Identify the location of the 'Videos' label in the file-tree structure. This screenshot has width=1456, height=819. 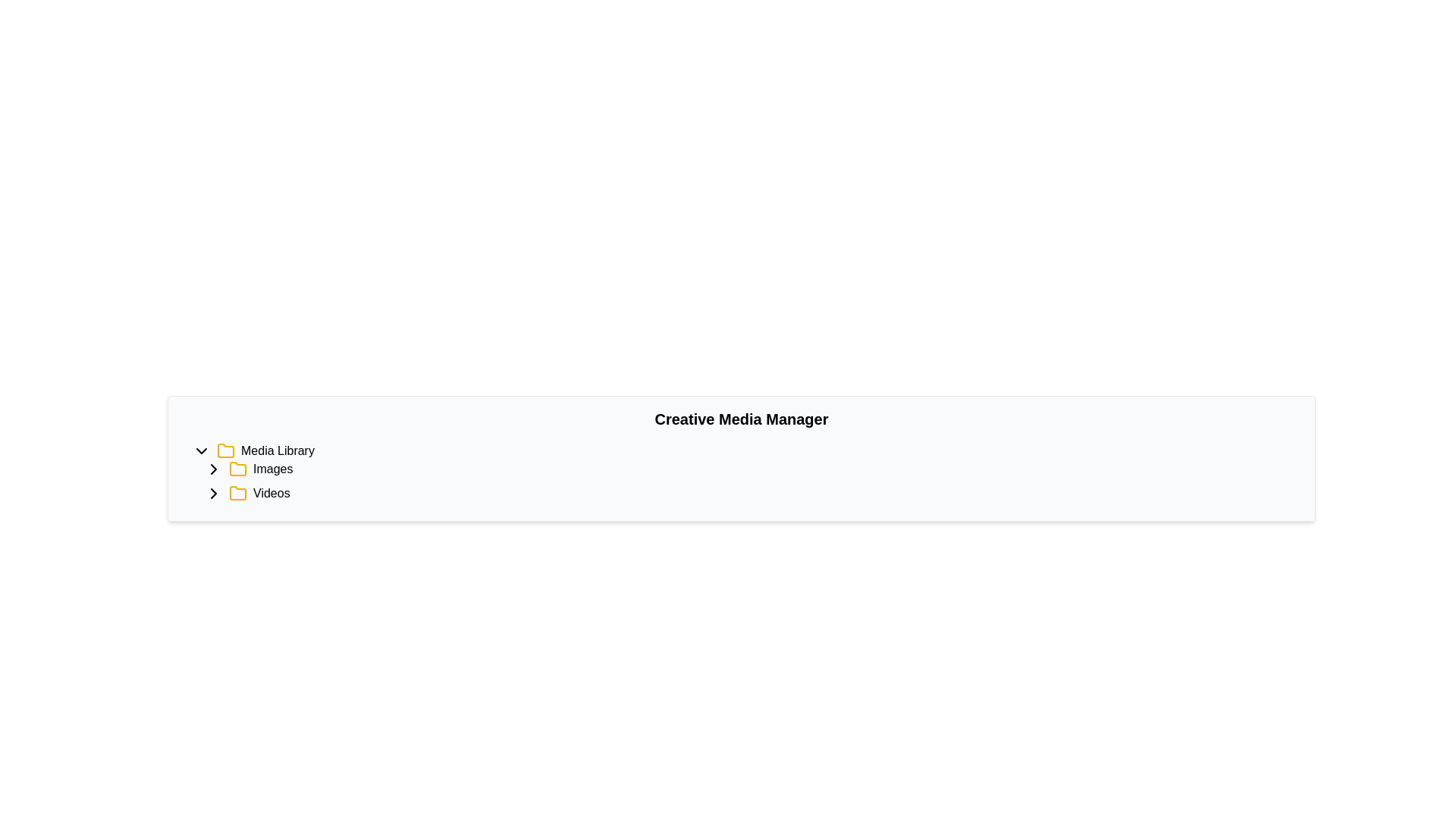
(271, 494).